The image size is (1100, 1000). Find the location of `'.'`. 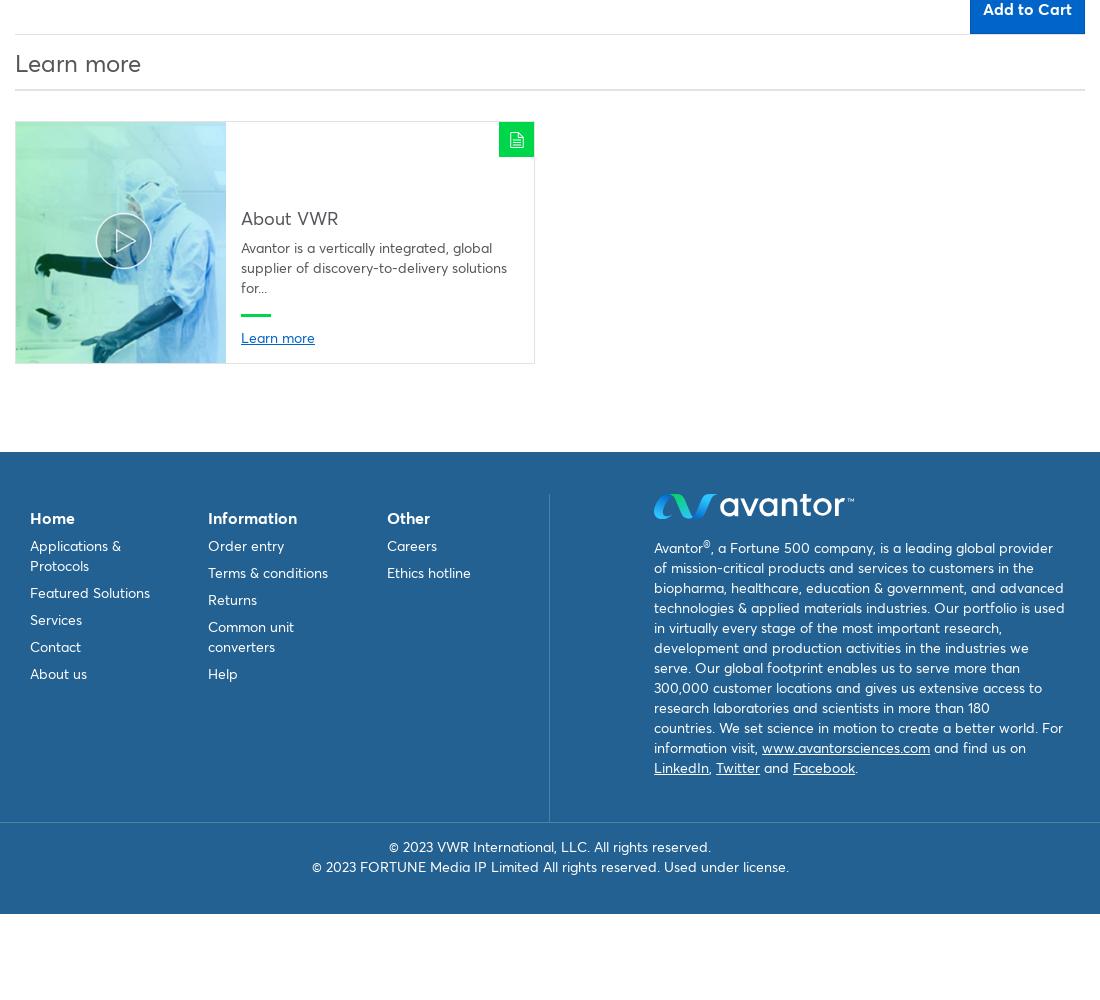

'.' is located at coordinates (854, 768).